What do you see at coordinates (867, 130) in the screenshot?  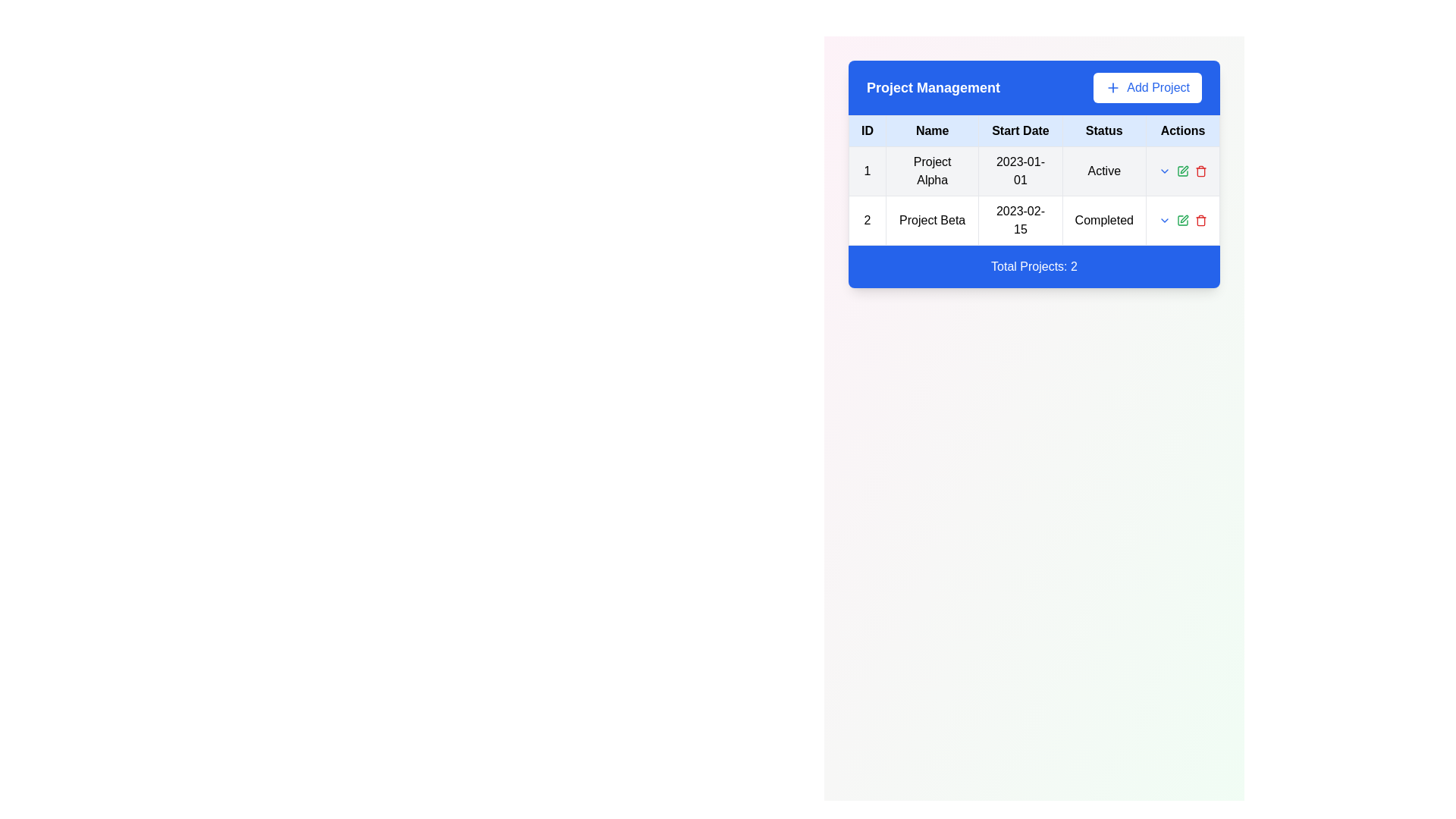 I see `text content of the Table Header Cell that serves as the header for the 'ID' column, located at the leftmost position among the table headers` at bounding box center [867, 130].